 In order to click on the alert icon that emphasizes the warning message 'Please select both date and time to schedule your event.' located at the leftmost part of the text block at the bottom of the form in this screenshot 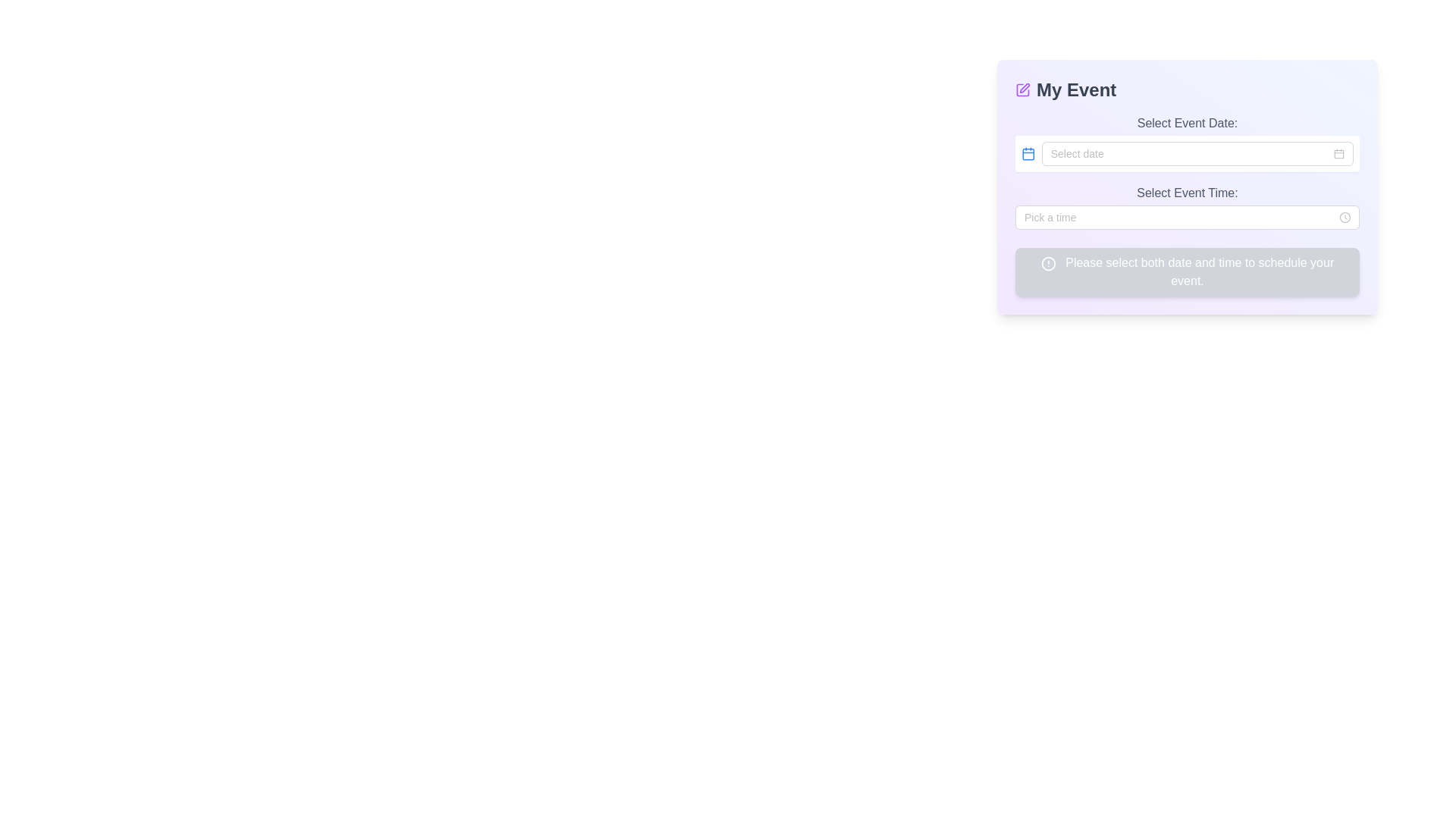, I will do `click(1047, 262)`.